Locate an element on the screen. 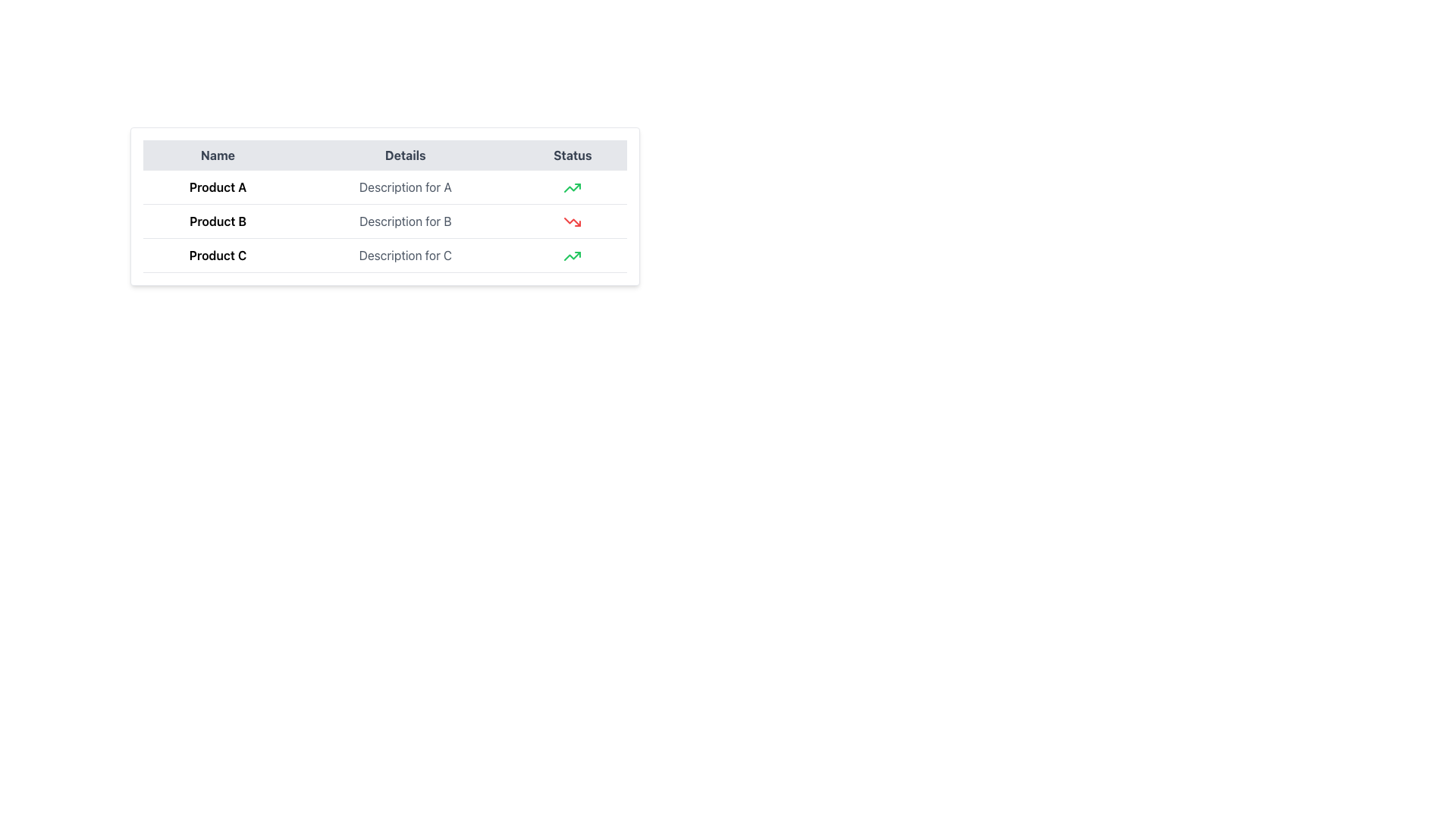 The image size is (1456, 819). the table header row containing the words 'Name', 'Details', and 'Status', which has a gray background and dark text is located at coordinates (385, 155).